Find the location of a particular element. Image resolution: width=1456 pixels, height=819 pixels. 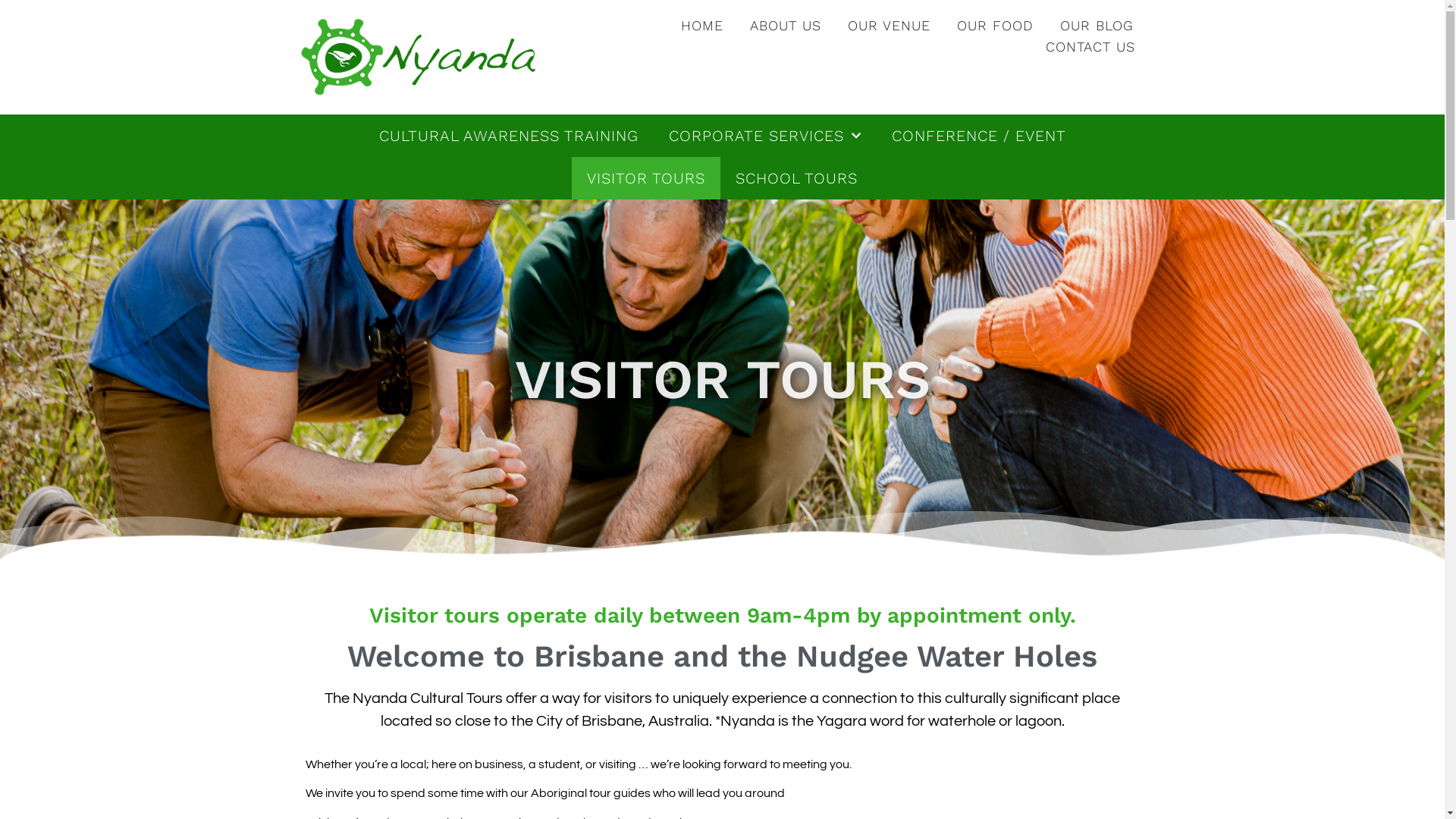

'ABOUT US' is located at coordinates (786, 26).